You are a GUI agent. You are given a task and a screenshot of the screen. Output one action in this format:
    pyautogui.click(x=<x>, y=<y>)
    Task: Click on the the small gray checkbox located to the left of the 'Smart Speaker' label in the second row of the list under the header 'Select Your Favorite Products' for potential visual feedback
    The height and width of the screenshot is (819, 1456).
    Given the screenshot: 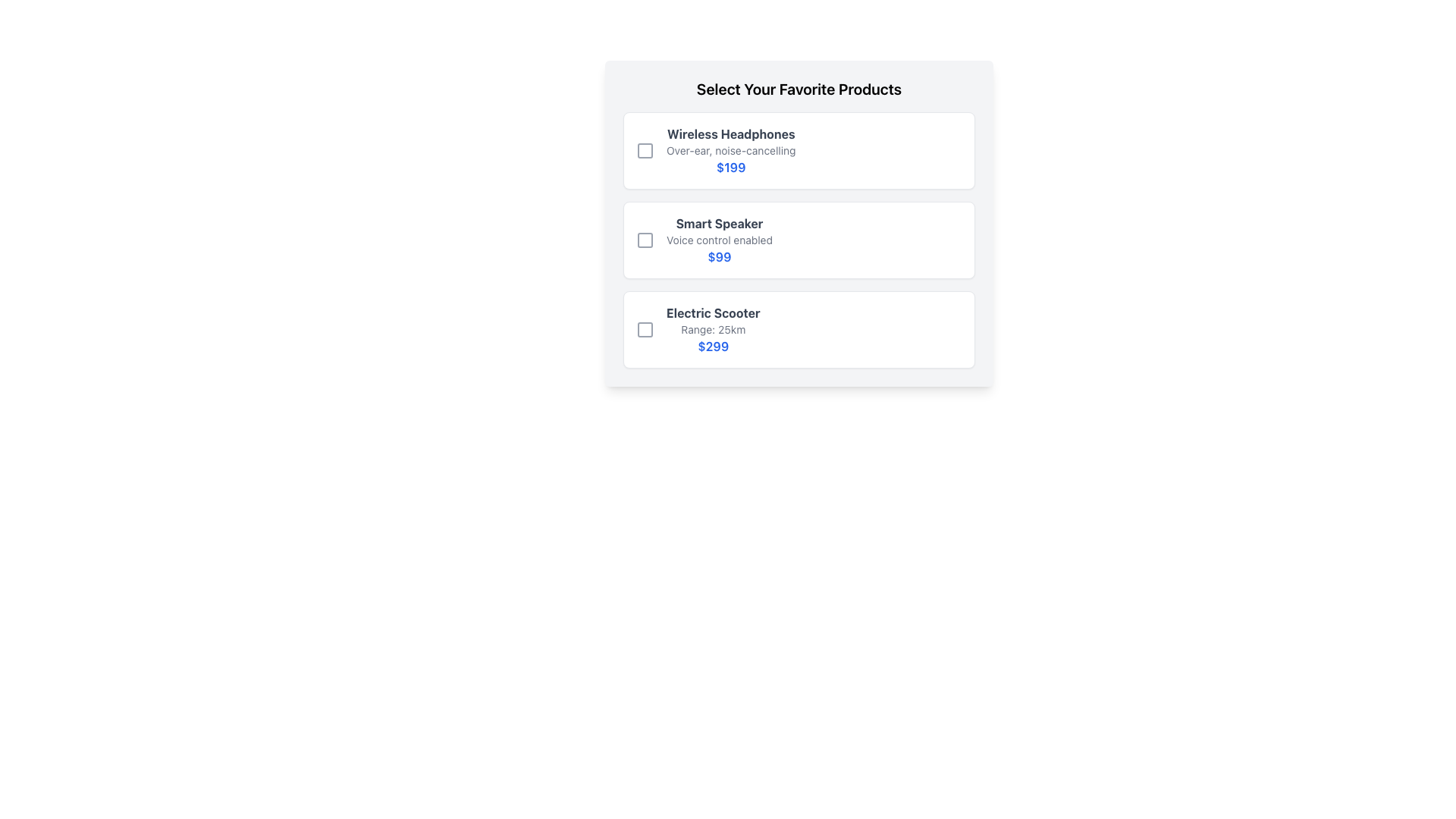 What is the action you would take?
    pyautogui.click(x=645, y=239)
    